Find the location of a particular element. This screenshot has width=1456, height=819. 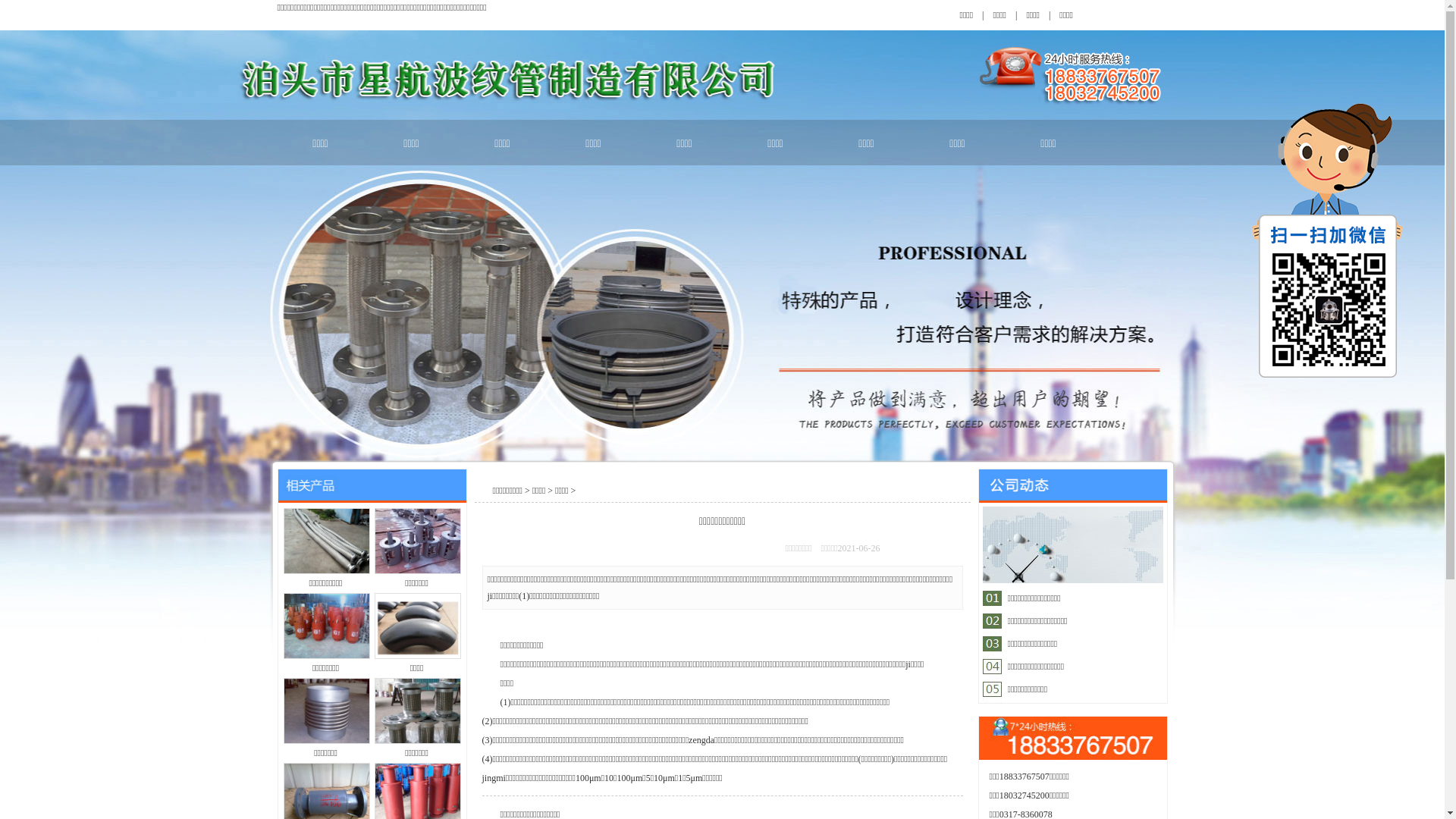

'1' is located at coordinates (1032, 598).